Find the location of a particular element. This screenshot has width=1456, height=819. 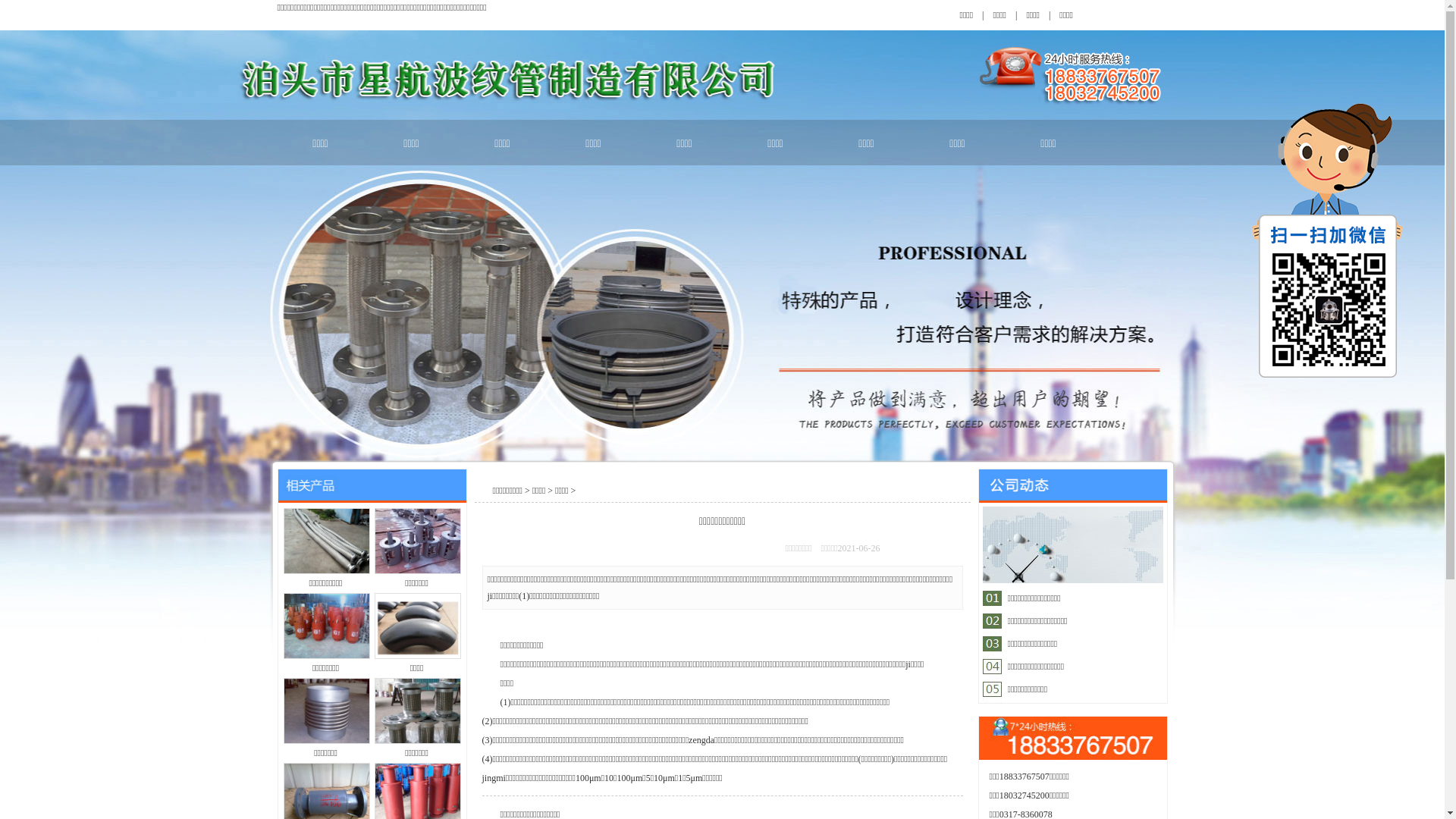

'1' is located at coordinates (1032, 598).